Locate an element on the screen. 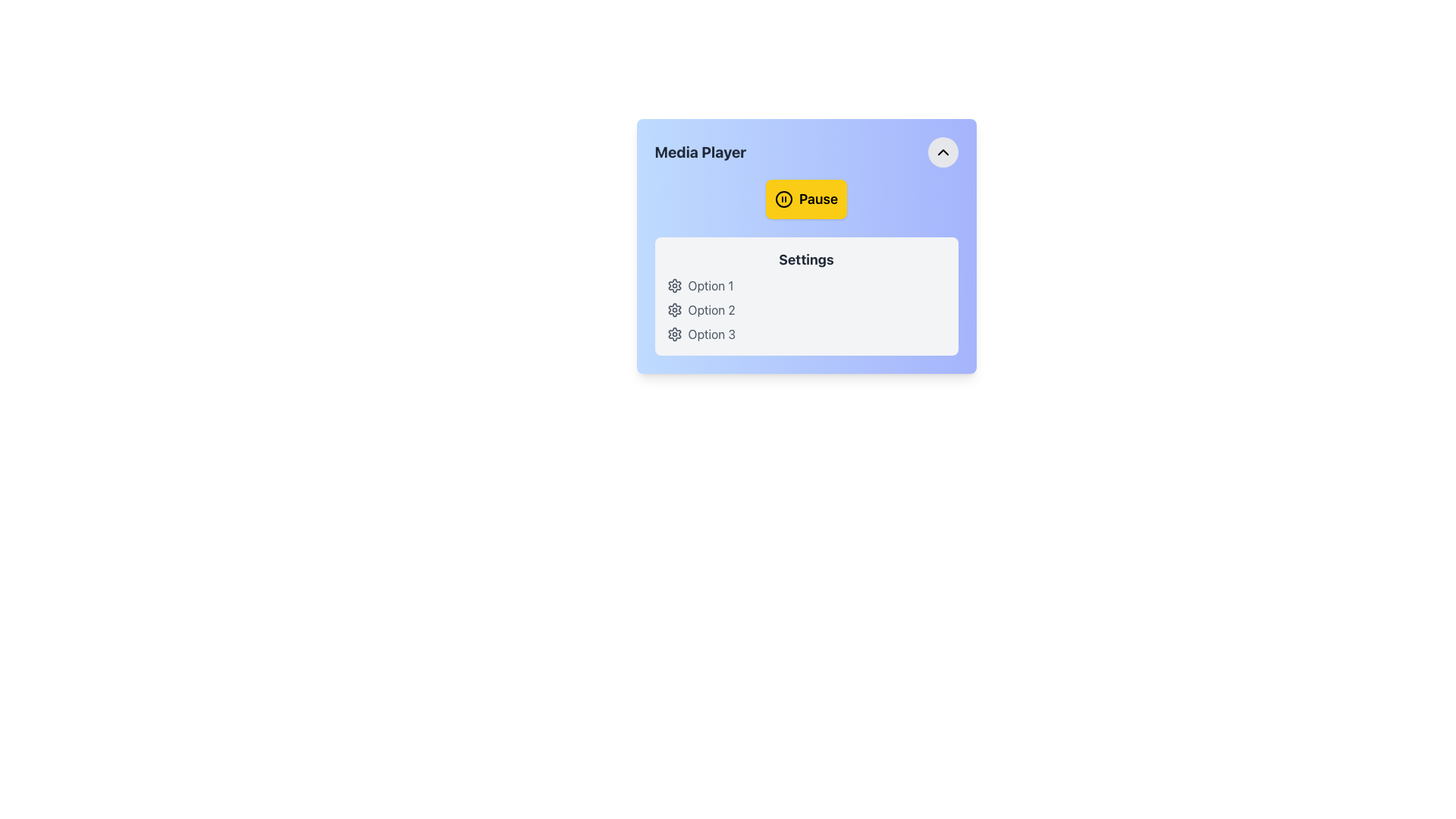  the circular gray button with an upward-pointing black chevron arrow located at the top-right corner of the 'Media Player' header section is located at coordinates (942, 152).